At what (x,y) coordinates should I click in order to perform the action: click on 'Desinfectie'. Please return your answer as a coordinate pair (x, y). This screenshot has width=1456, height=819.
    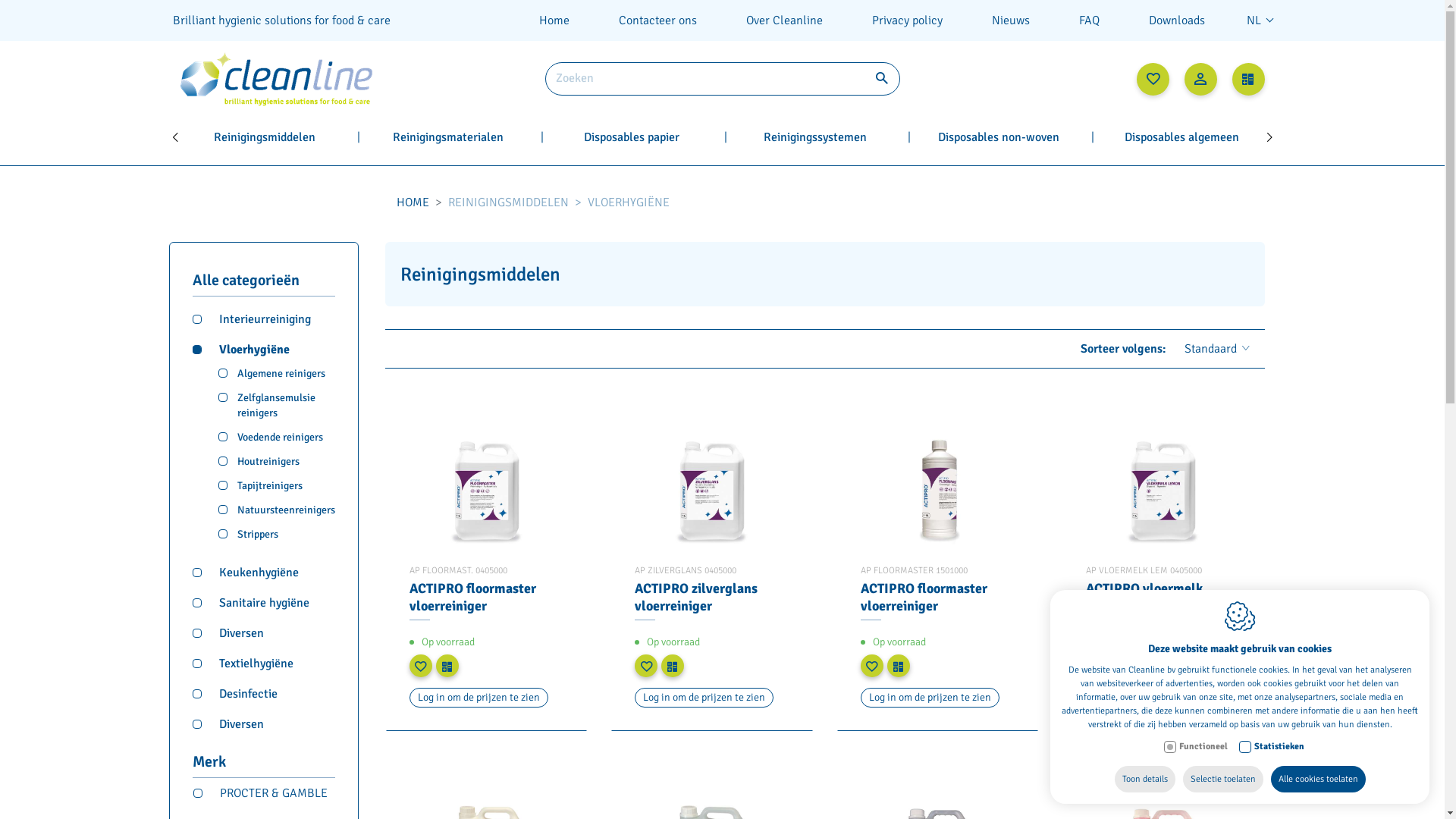
    Looking at the image, I should click on (263, 686).